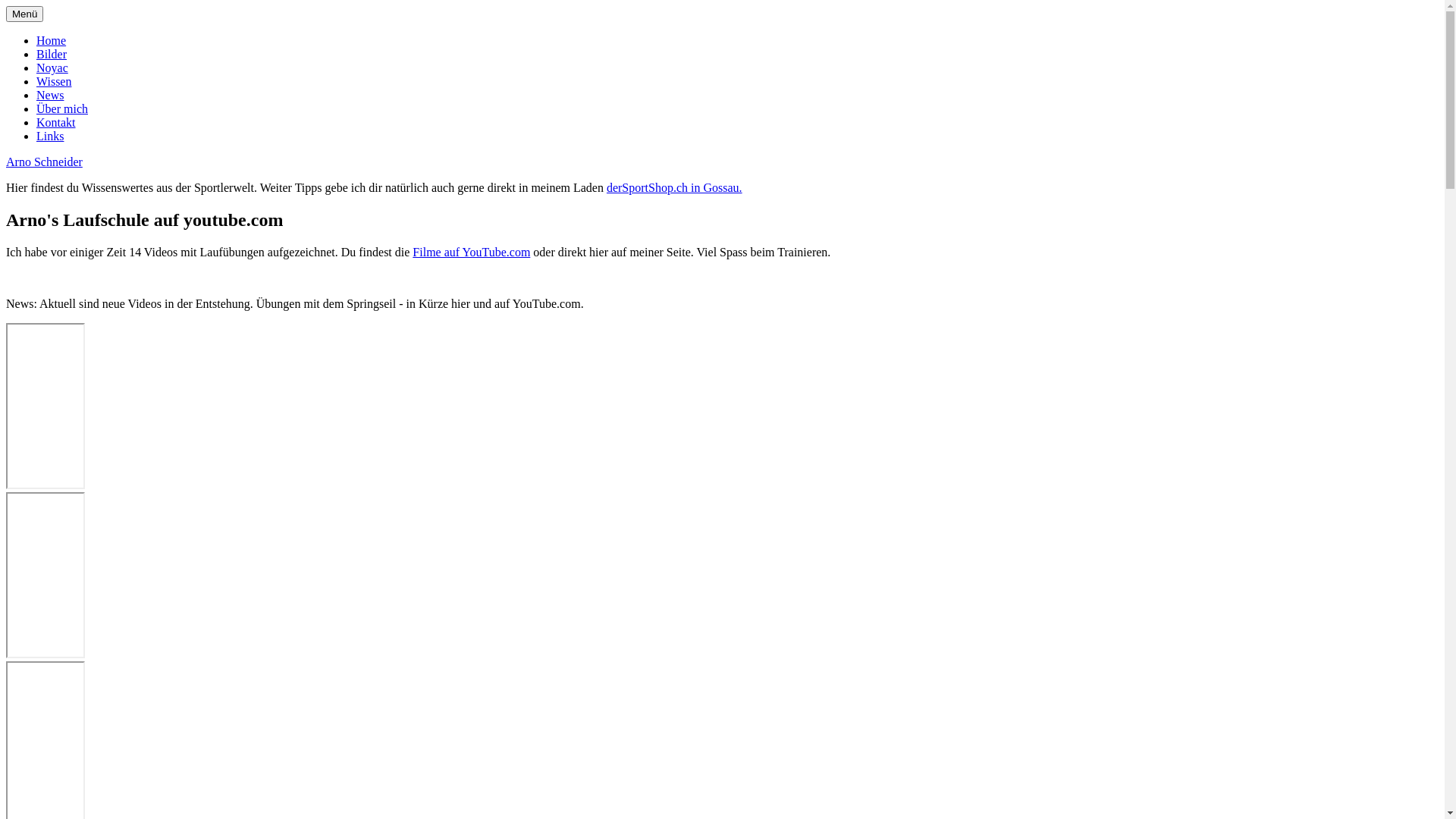  I want to click on 'Arno Schneider', so click(44, 162).